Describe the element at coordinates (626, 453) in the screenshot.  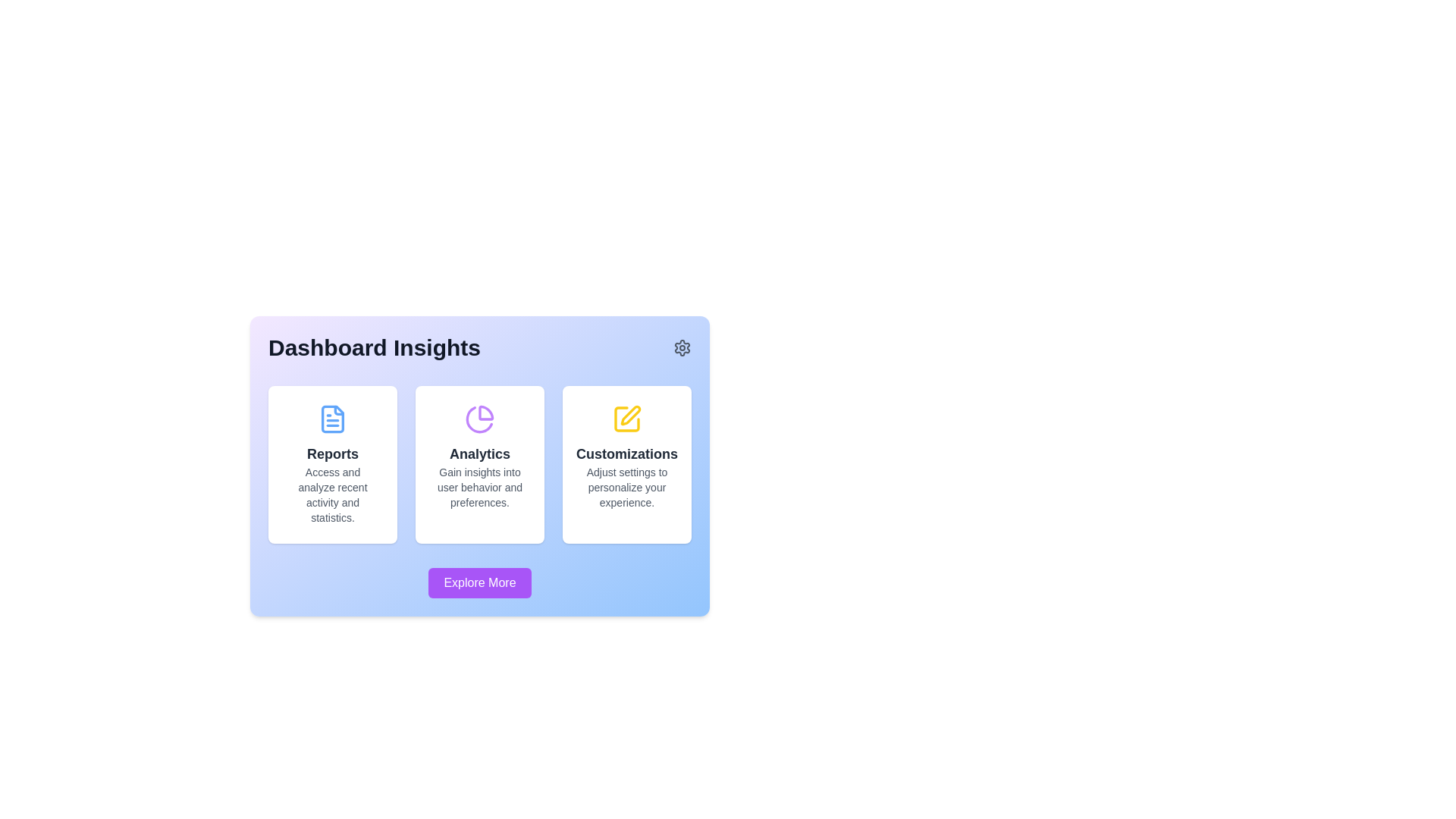
I see `text label that serves as the title for the customization settings in the third card of the Dashboard Insights interface, located directly below the yellow pen icon` at that location.